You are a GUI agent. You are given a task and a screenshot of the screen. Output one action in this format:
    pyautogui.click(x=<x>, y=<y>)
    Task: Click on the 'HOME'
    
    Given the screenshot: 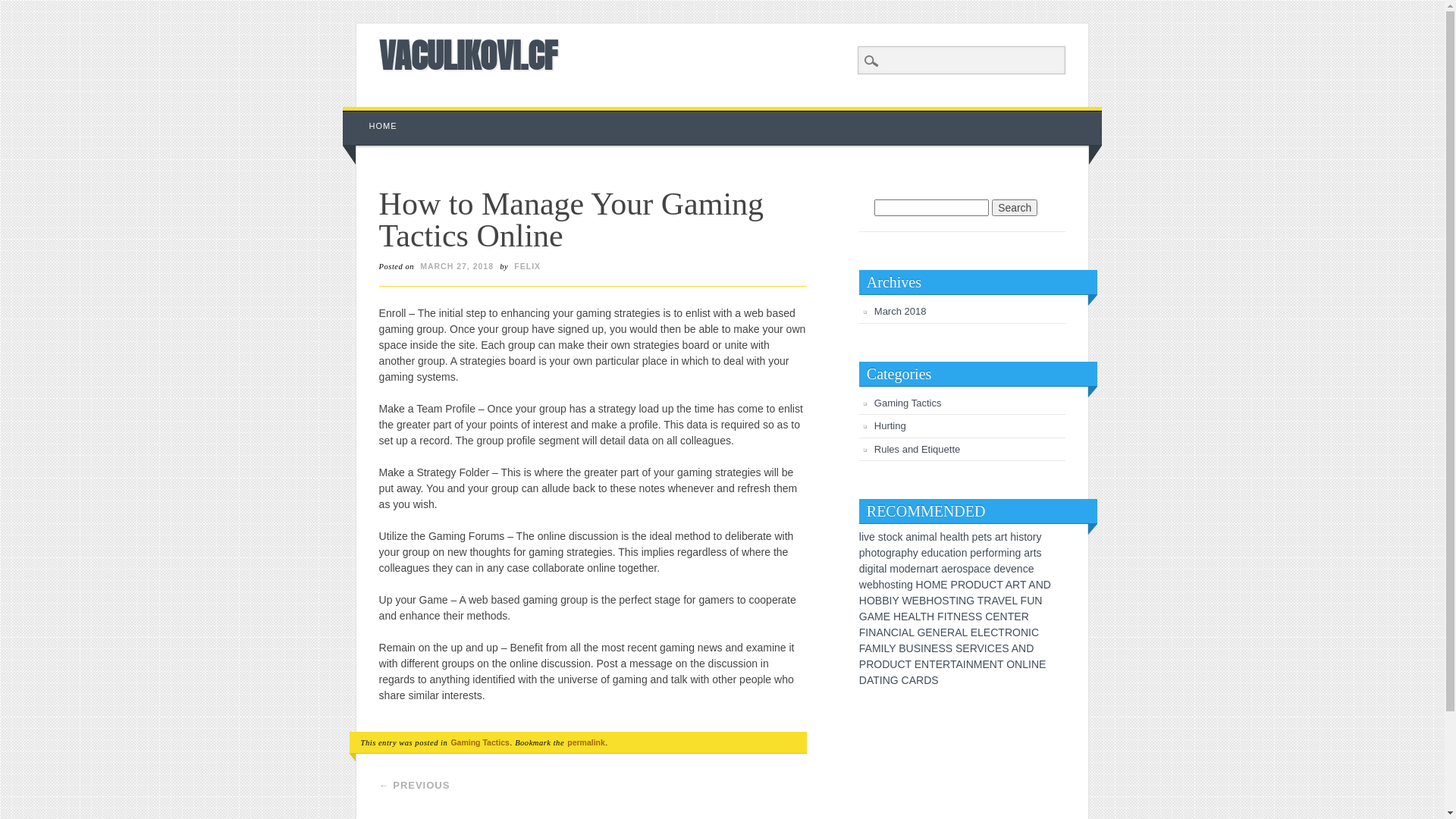 What is the action you would take?
    pyautogui.click(x=353, y=125)
    